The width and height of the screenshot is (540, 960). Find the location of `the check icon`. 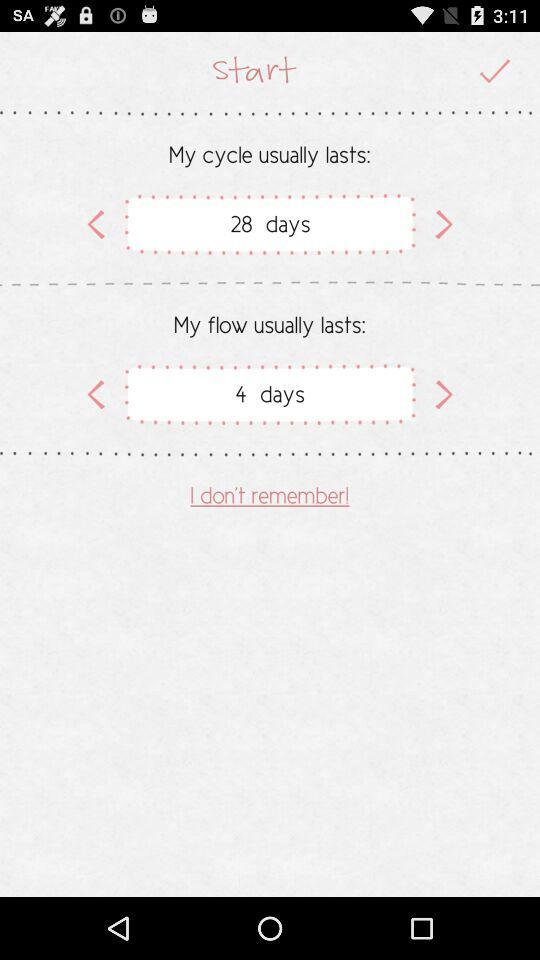

the check icon is located at coordinates (494, 75).